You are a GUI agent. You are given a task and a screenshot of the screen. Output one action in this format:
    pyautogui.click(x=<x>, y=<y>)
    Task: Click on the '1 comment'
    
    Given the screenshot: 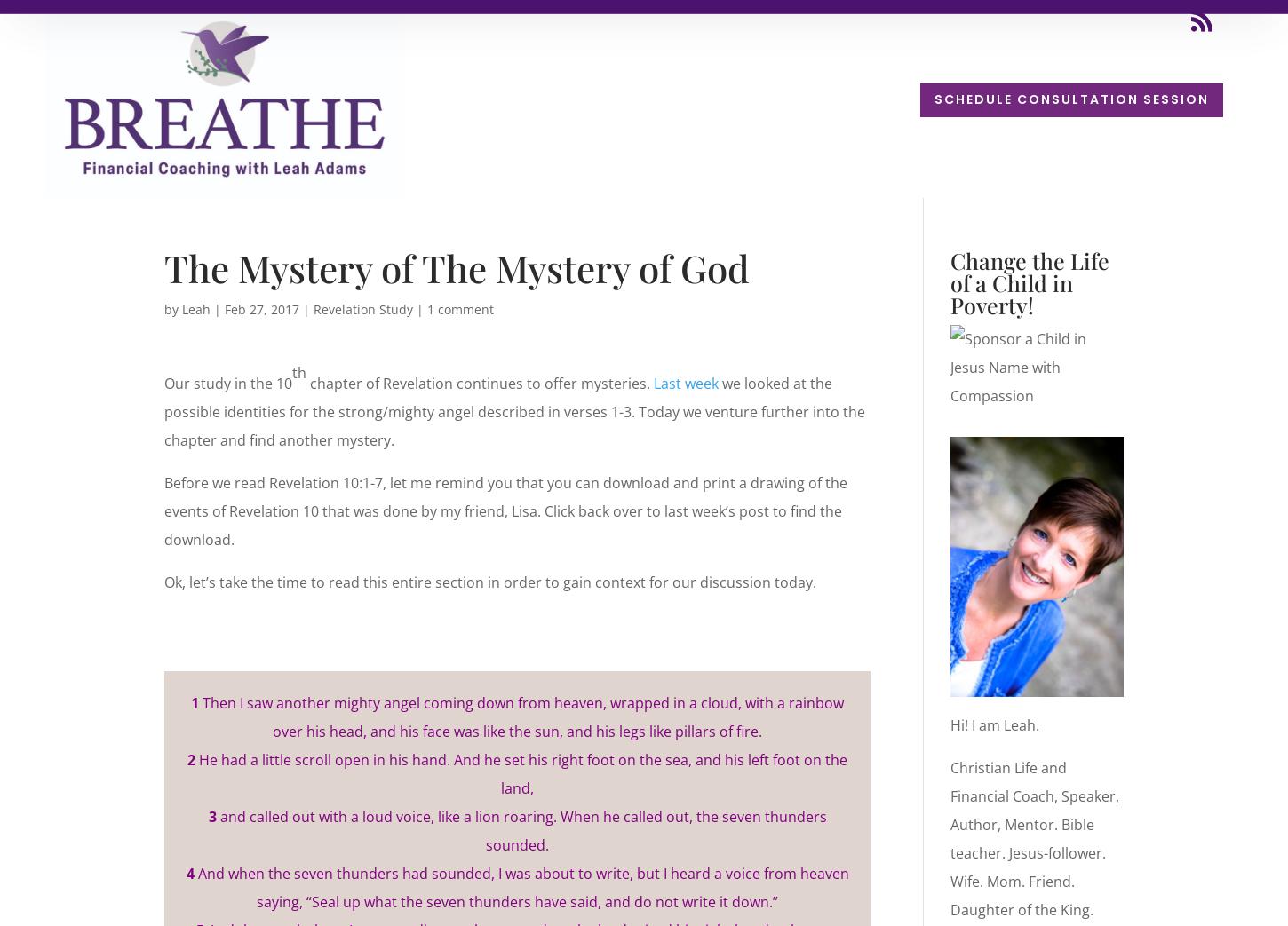 What is the action you would take?
    pyautogui.click(x=425, y=308)
    